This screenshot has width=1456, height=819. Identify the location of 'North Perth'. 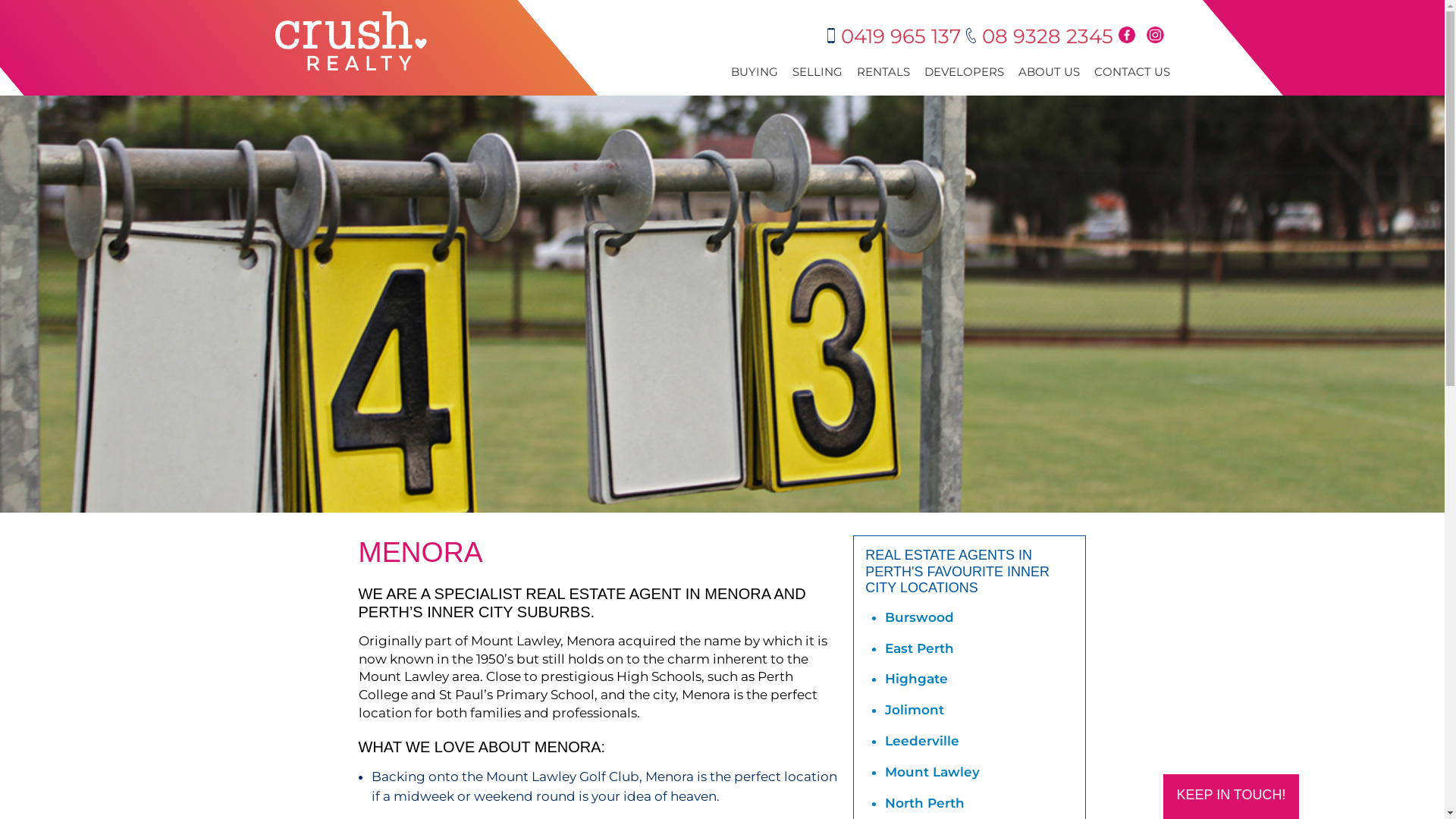
(924, 802).